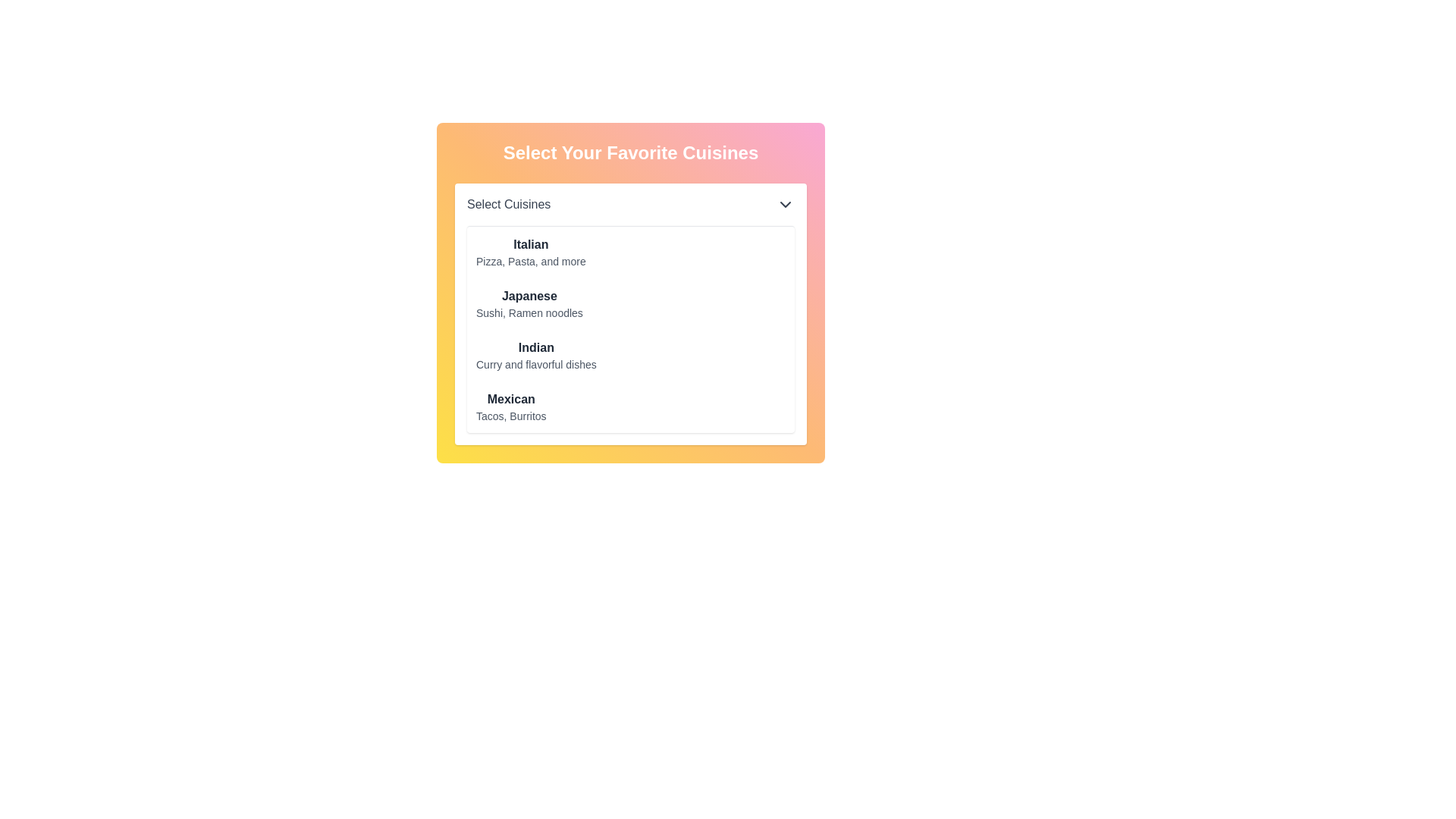  Describe the element at coordinates (531, 251) in the screenshot. I see `the Interactive list item that displays 'Italian' in bold text and 'Pizza, Pasta, and more.' in lighter text` at that location.